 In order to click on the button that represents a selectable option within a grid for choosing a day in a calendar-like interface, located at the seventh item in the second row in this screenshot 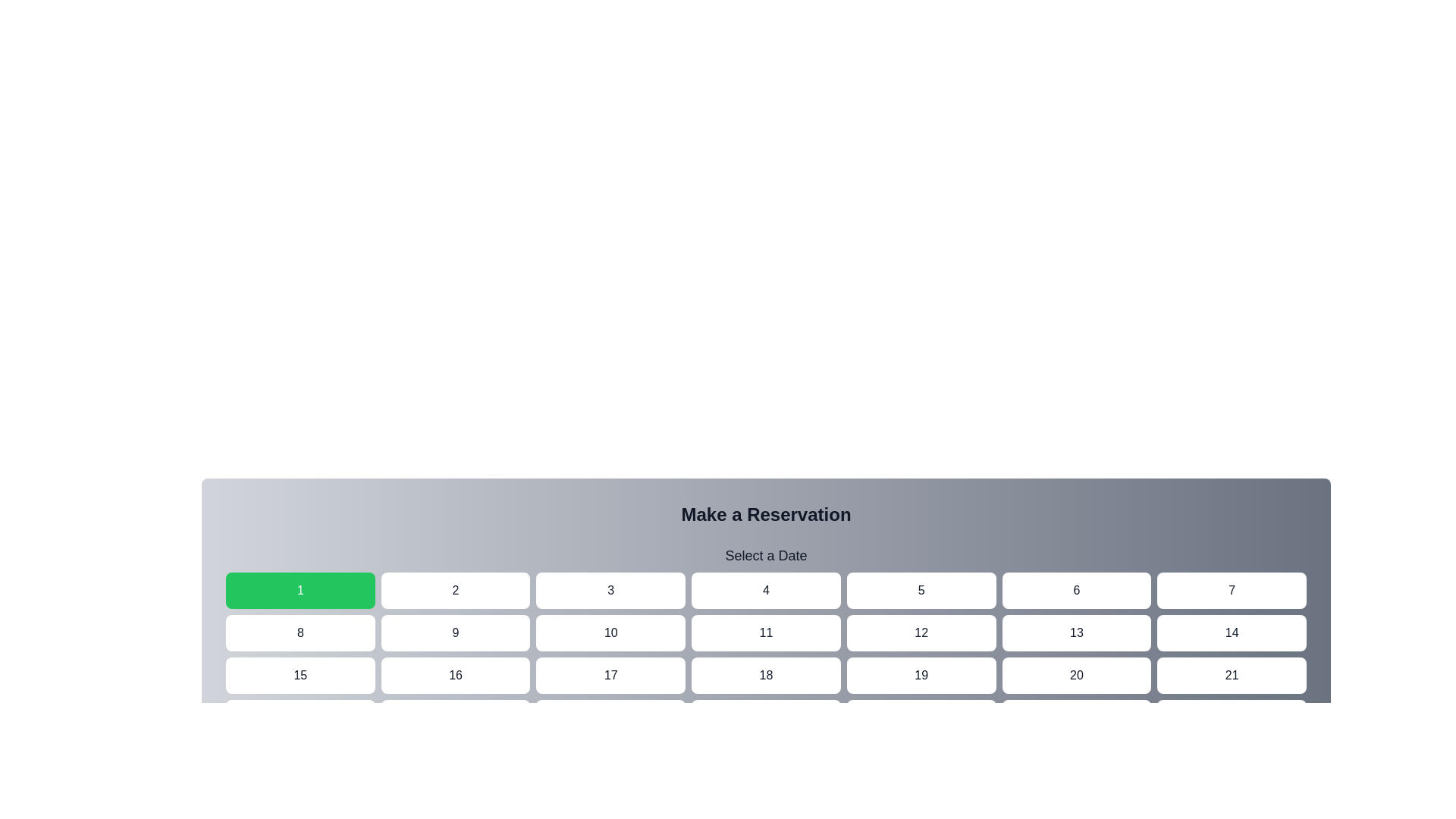, I will do `click(1232, 632)`.